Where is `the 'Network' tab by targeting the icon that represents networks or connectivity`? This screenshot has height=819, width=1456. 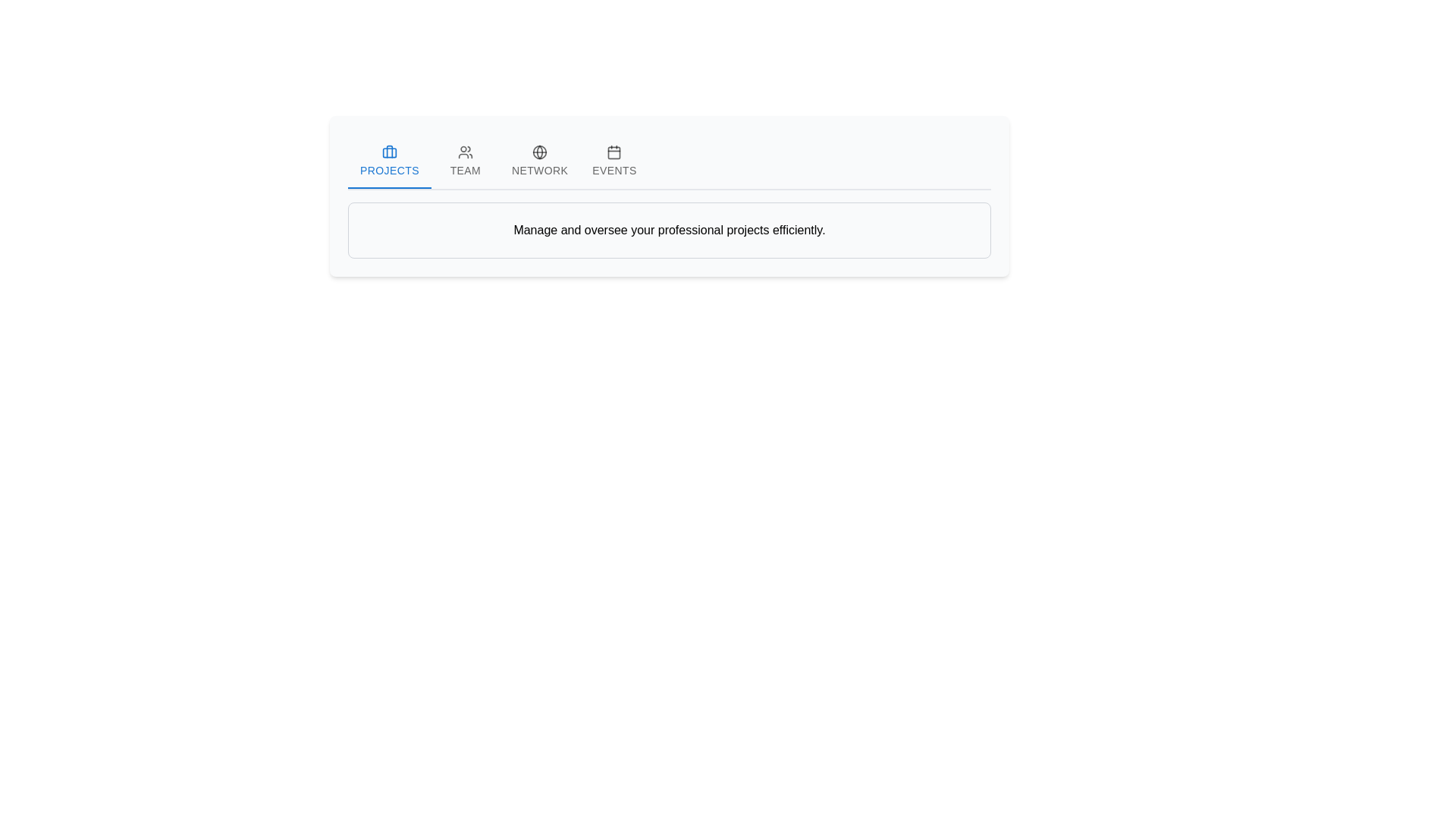 the 'Network' tab by targeting the icon that represents networks or connectivity is located at coordinates (540, 152).